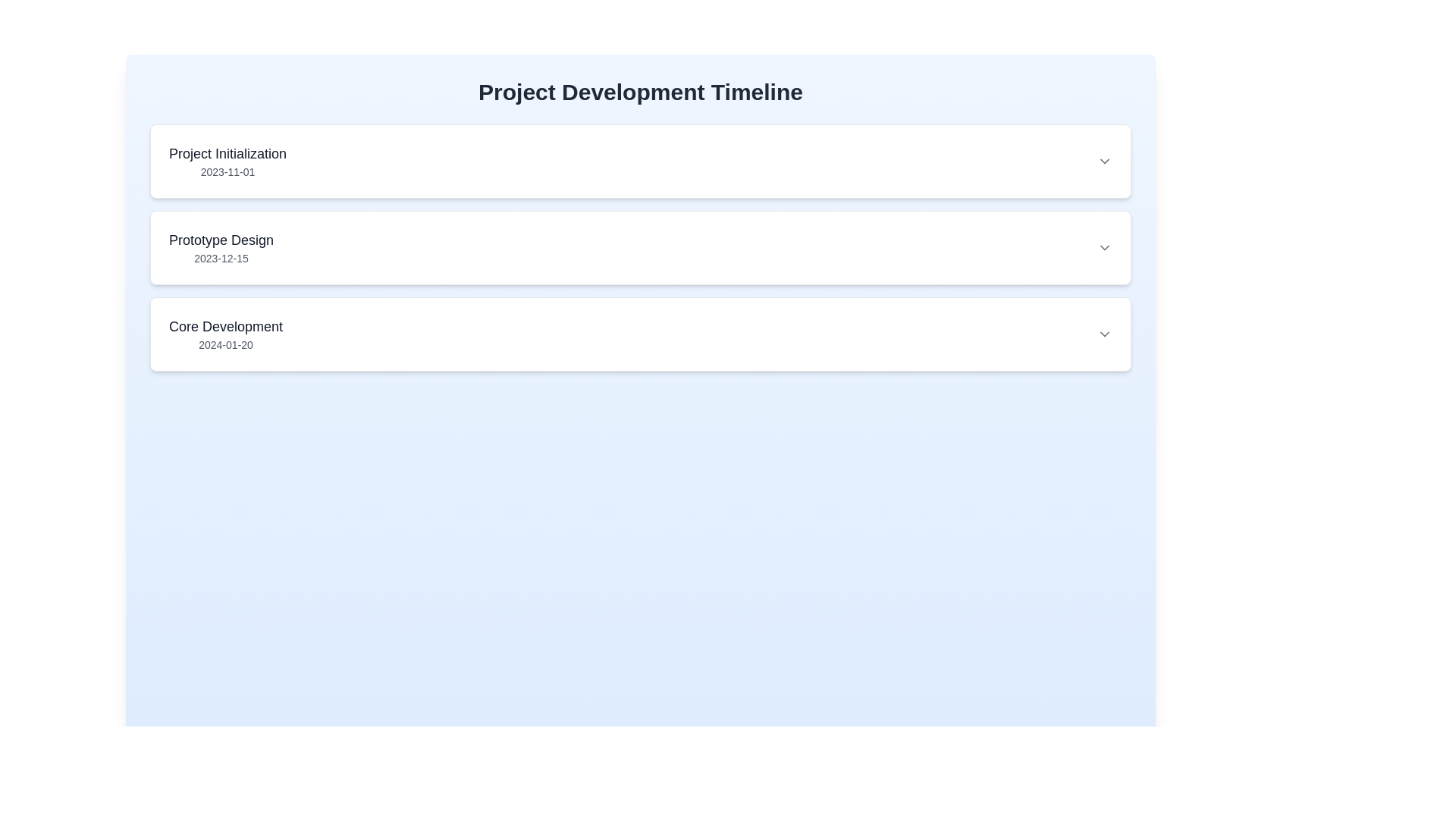 The height and width of the screenshot is (819, 1456). I want to click on the text label titled 'Core Development' located in the 'Project Development Timeline' section, specifically in the third entry of the list, so click(224, 326).